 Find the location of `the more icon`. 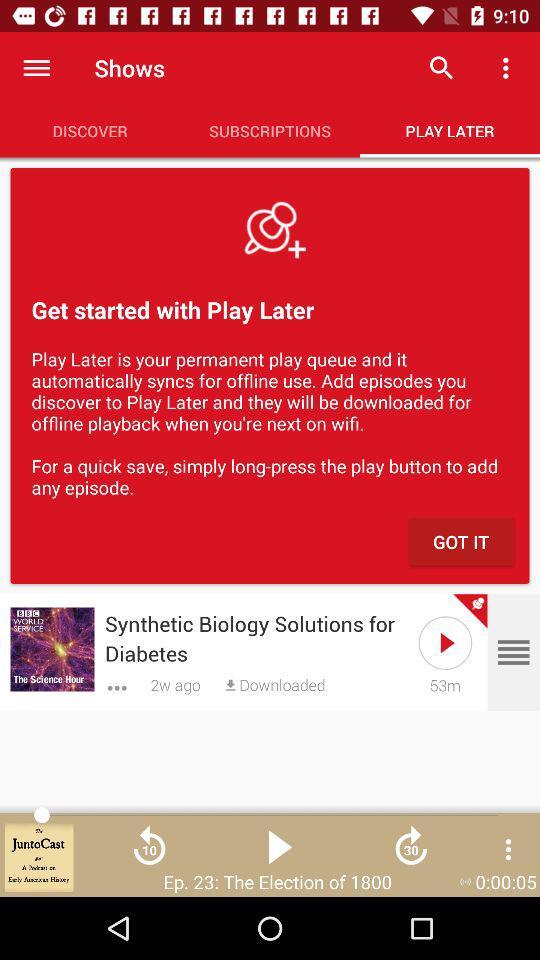

the more icon is located at coordinates (508, 848).